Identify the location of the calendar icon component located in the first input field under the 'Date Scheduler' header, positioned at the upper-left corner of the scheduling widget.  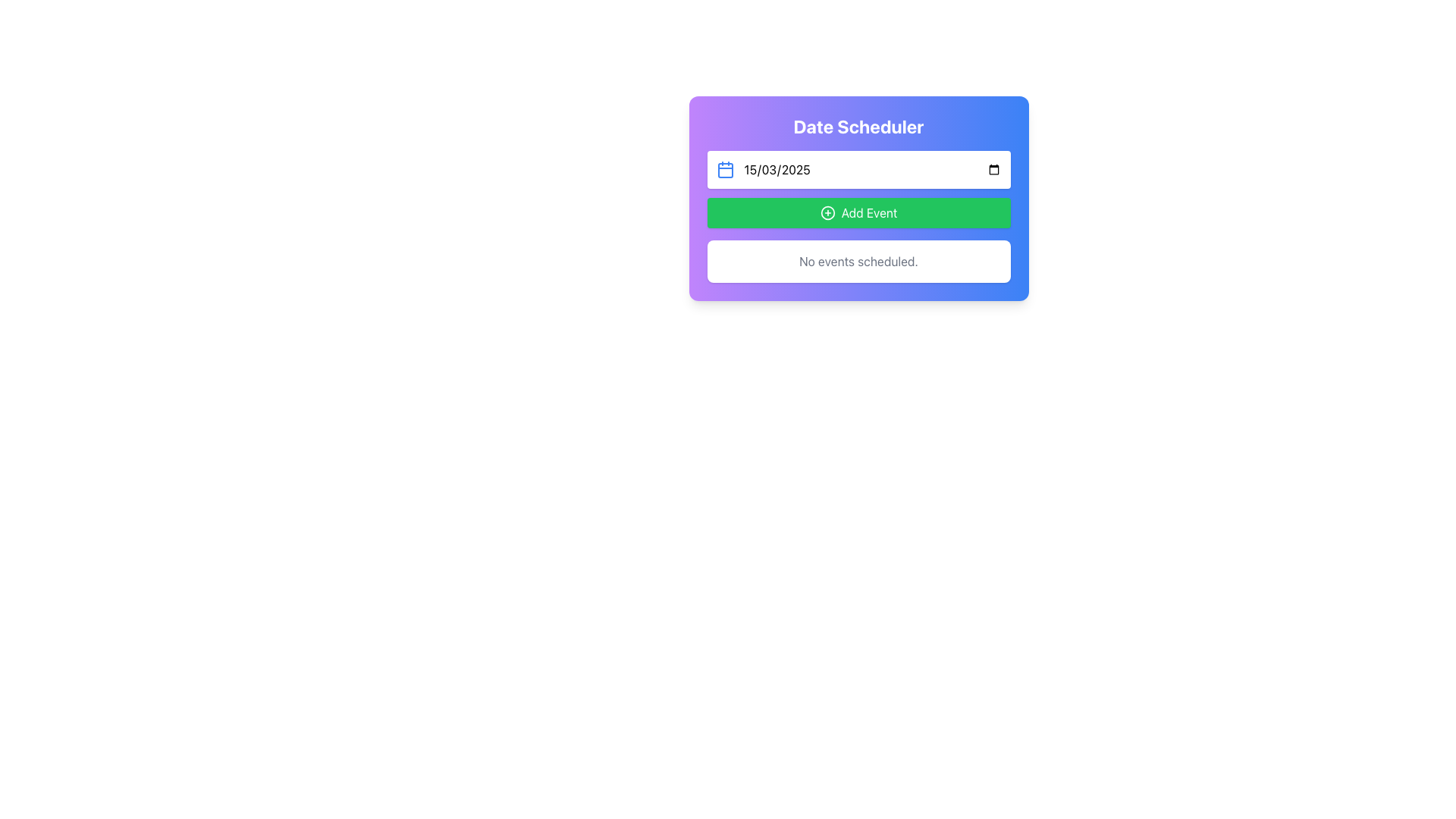
(724, 170).